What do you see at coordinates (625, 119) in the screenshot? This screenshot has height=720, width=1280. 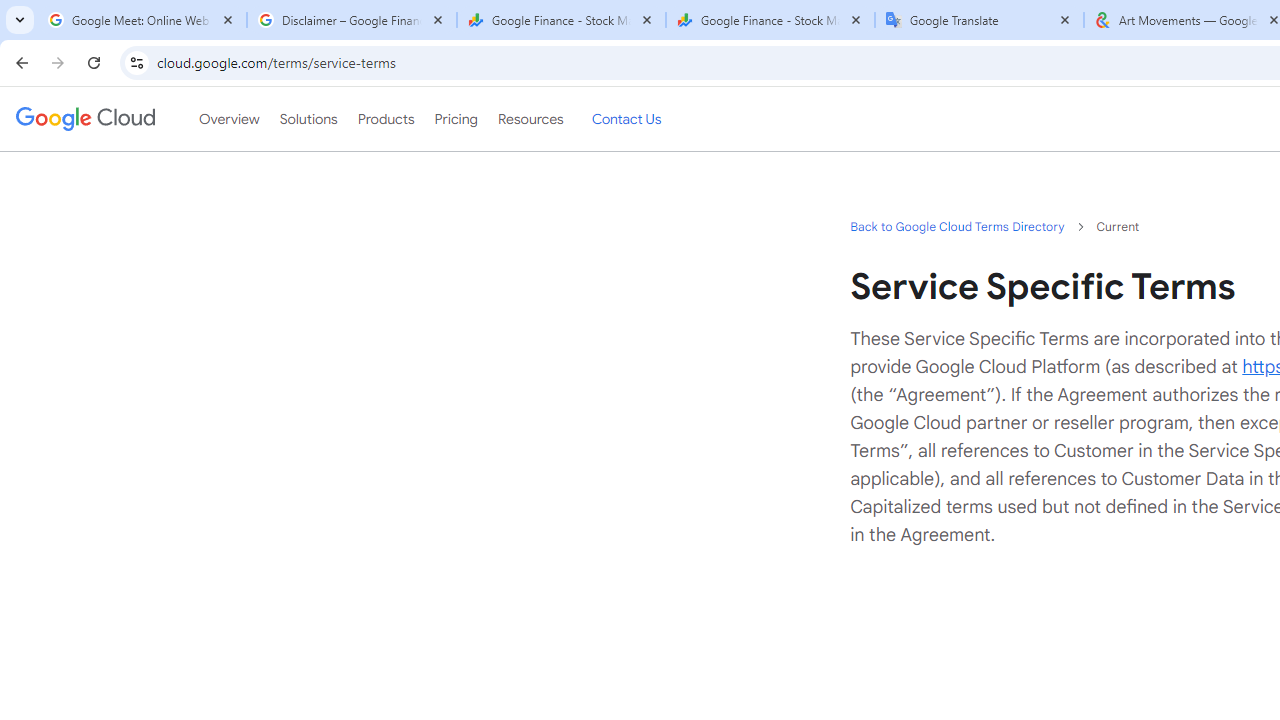 I see `'Contact Us'` at bounding box center [625, 119].